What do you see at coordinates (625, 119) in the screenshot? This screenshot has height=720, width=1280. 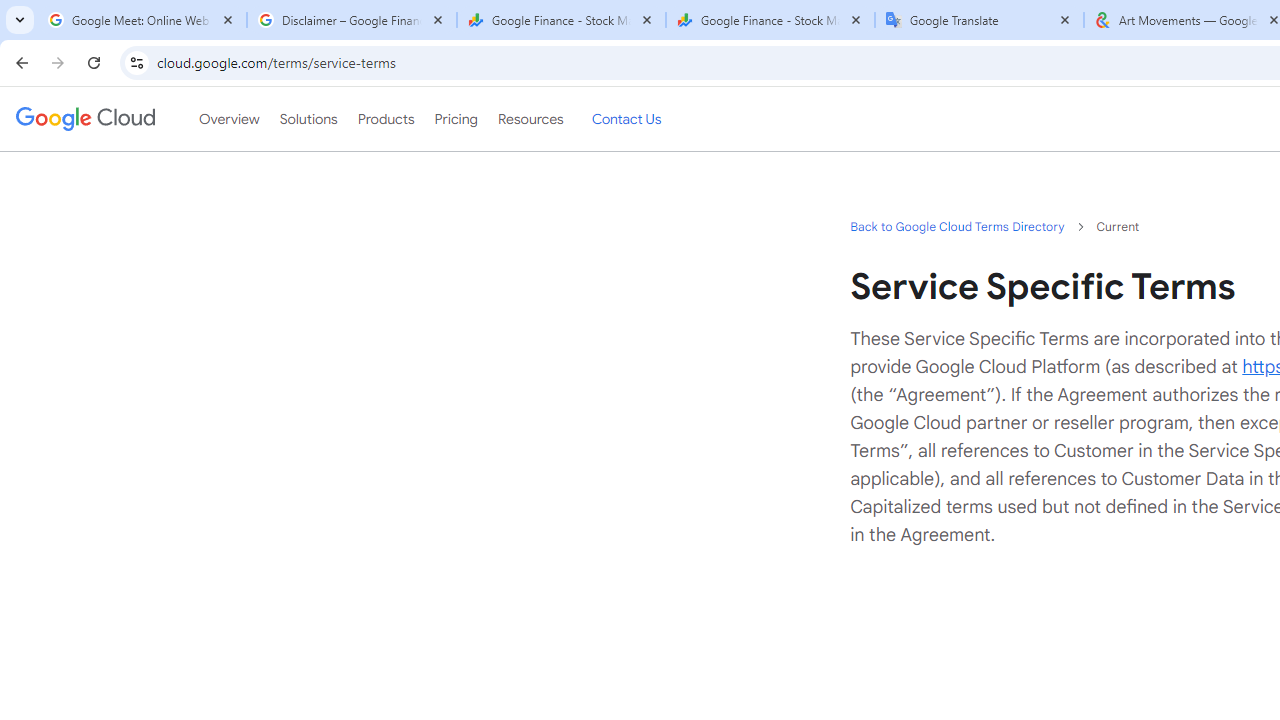 I see `'Contact Us'` at bounding box center [625, 119].